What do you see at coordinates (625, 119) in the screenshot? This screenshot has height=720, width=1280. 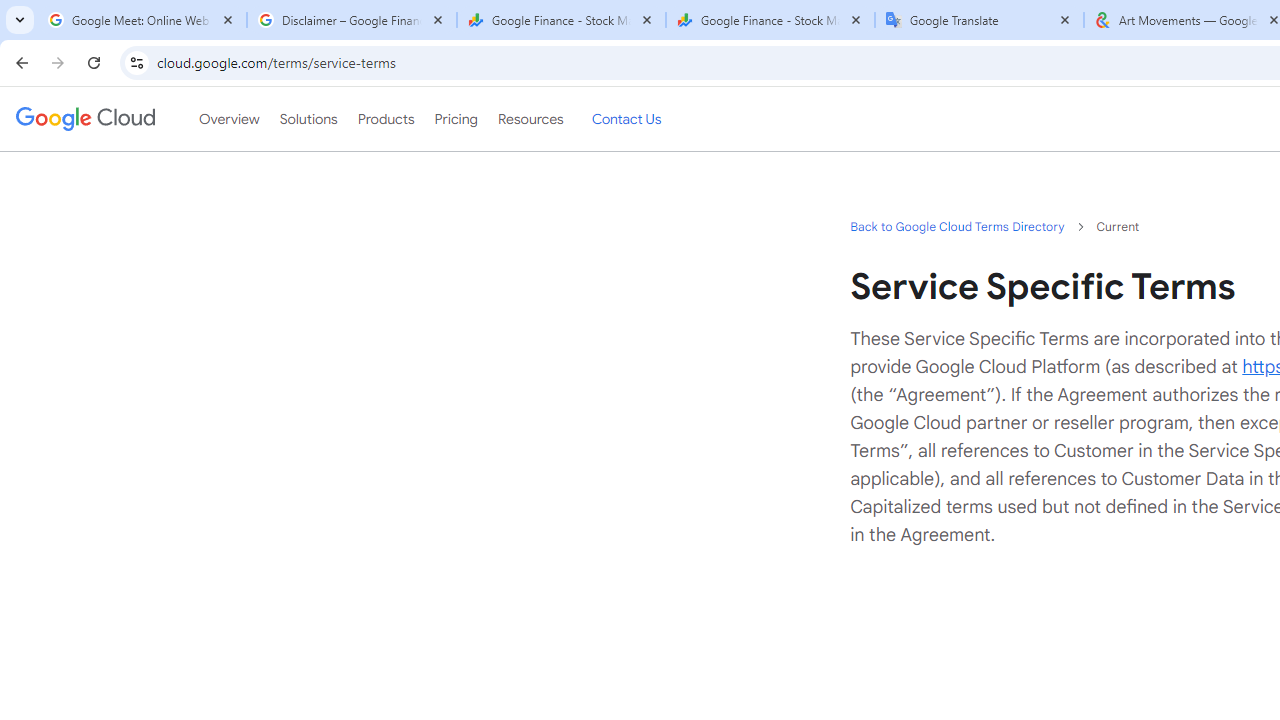 I see `'Contact Us'` at bounding box center [625, 119].